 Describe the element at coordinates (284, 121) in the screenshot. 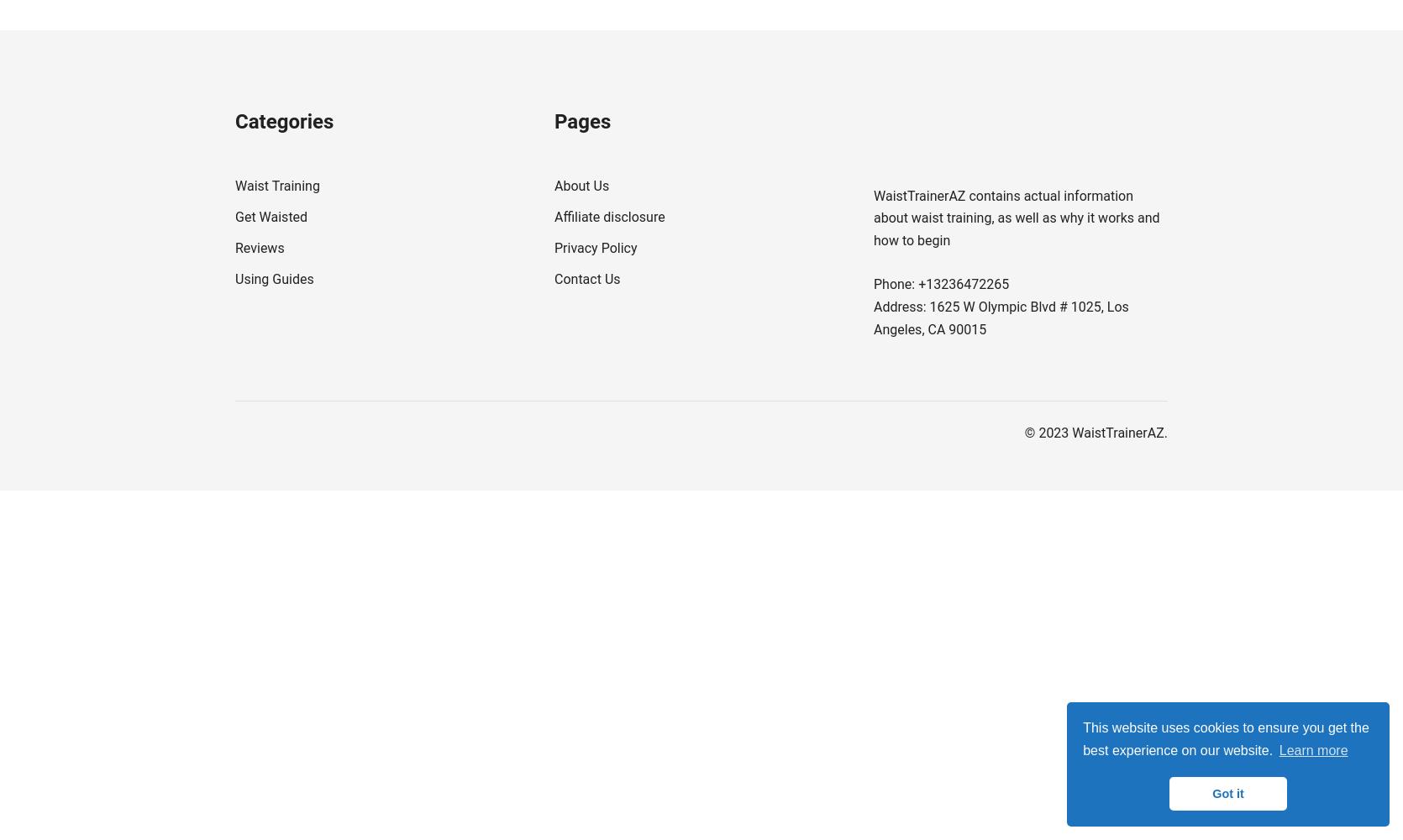

I see `'Categories'` at that location.